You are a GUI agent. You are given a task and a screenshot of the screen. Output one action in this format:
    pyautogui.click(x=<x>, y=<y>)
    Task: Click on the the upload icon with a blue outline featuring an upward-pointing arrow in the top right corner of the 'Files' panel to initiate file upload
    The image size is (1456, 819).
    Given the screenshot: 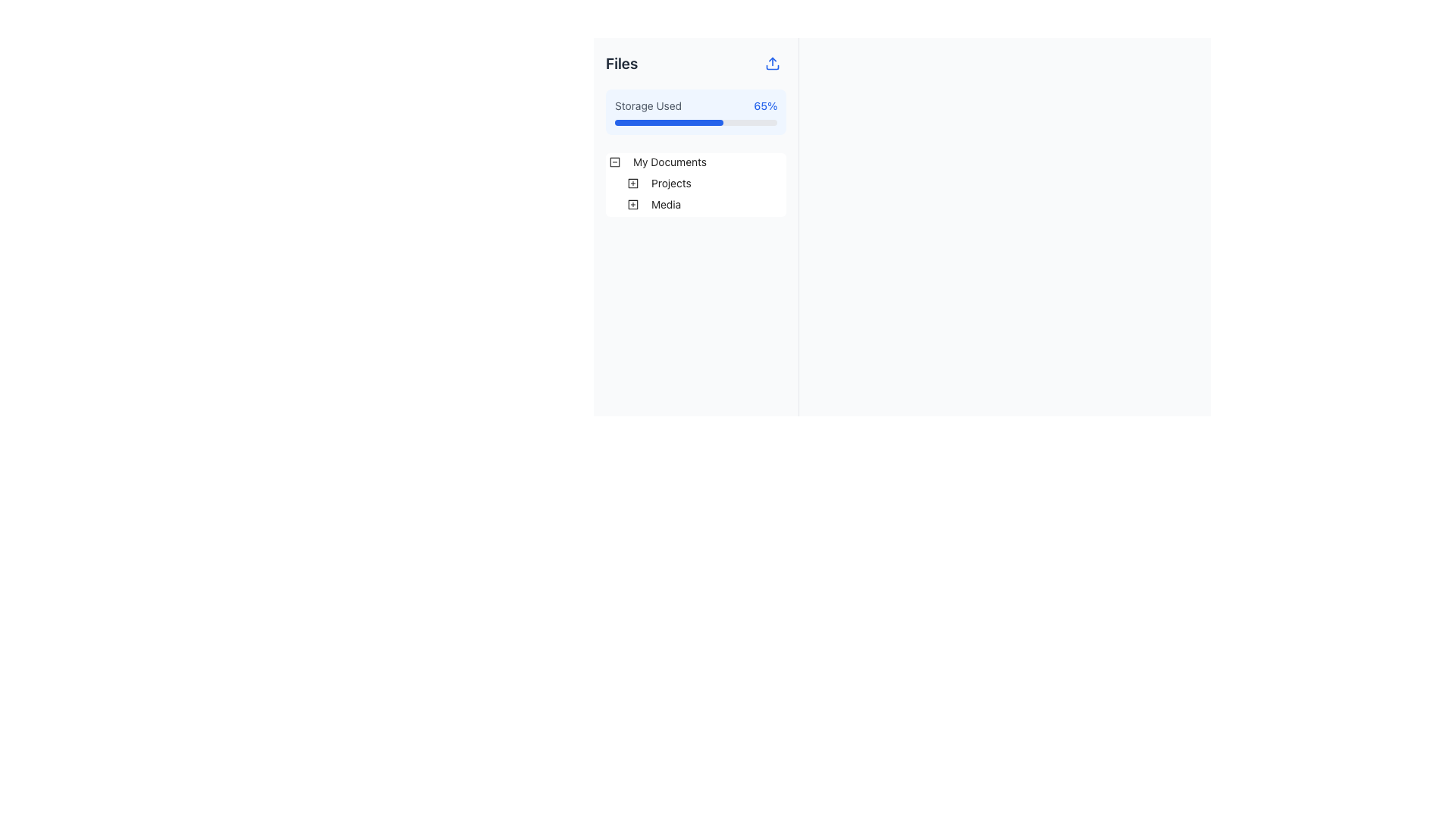 What is the action you would take?
    pyautogui.click(x=772, y=63)
    